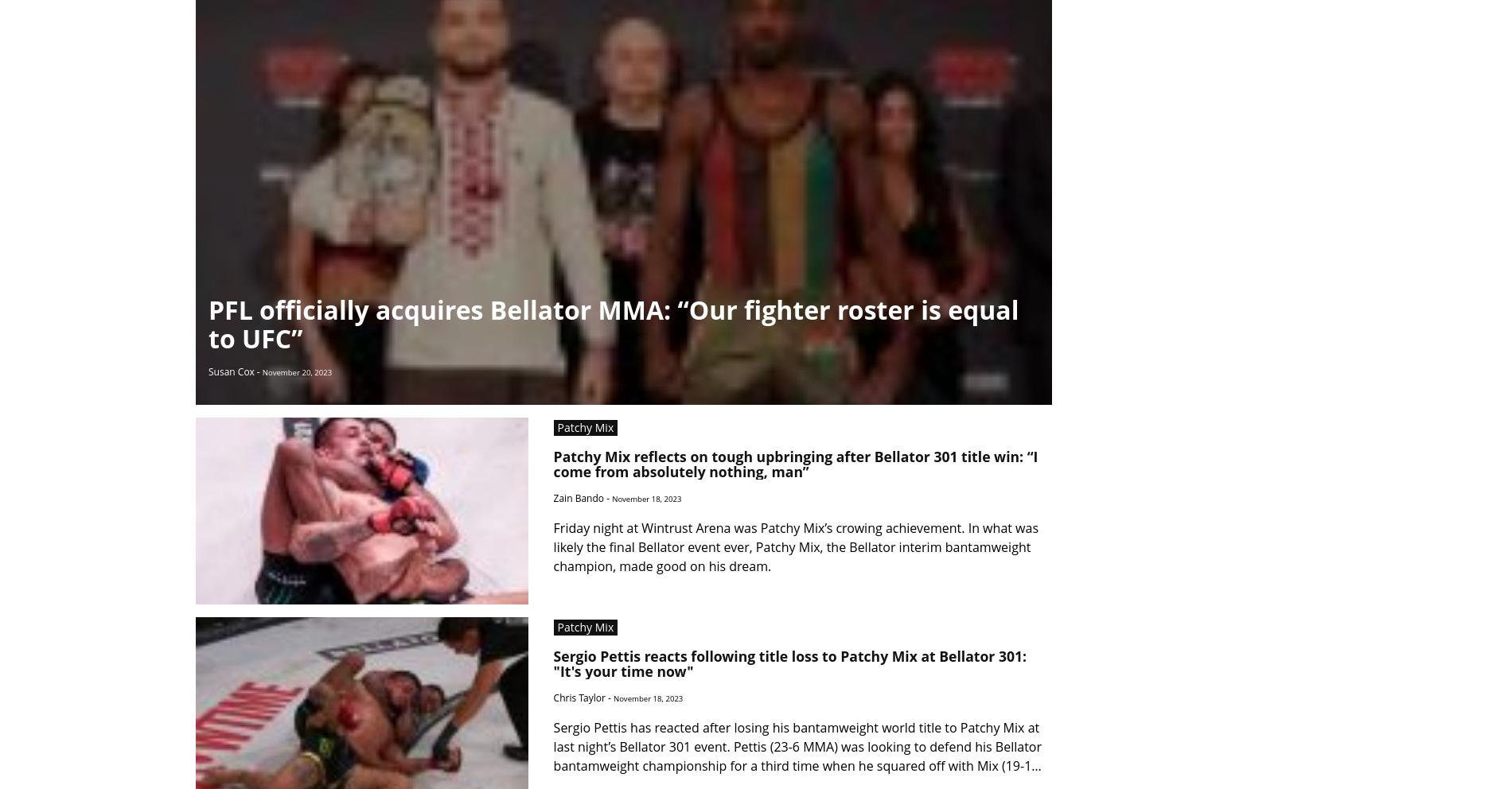  What do you see at coordinates (789, 662) in the screenshot?
I see `'Sergio Pettis reacts following title loss to Patchy Mix at Bellator 301: "It's your time now"'` at bounding box center [789, 662].